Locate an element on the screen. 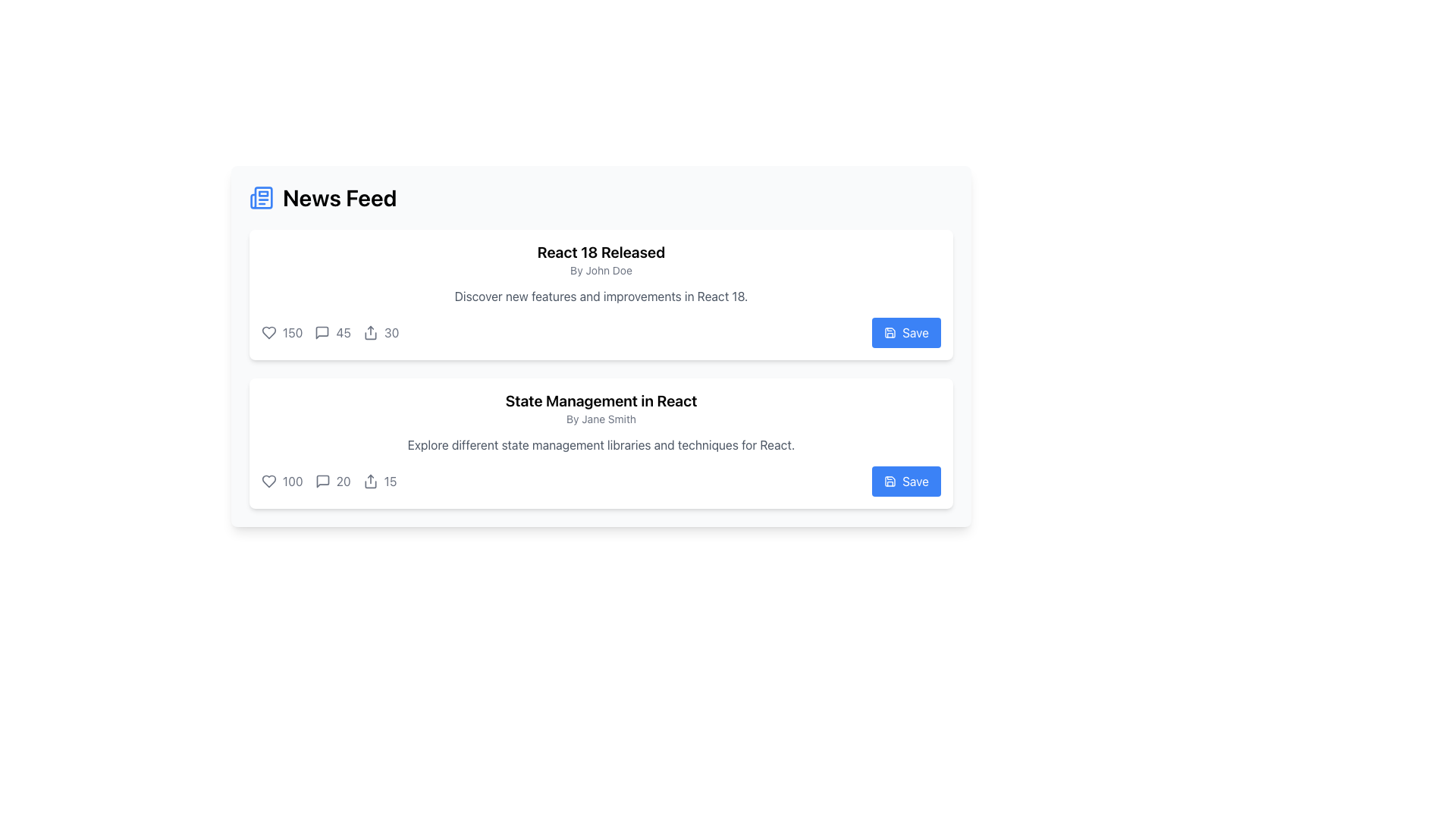 The width and height of the screenshot is (1456, 819). the 'Save' icon located in the top-right corner of the 'State Management in React' card is located at coordinates (890, 482).